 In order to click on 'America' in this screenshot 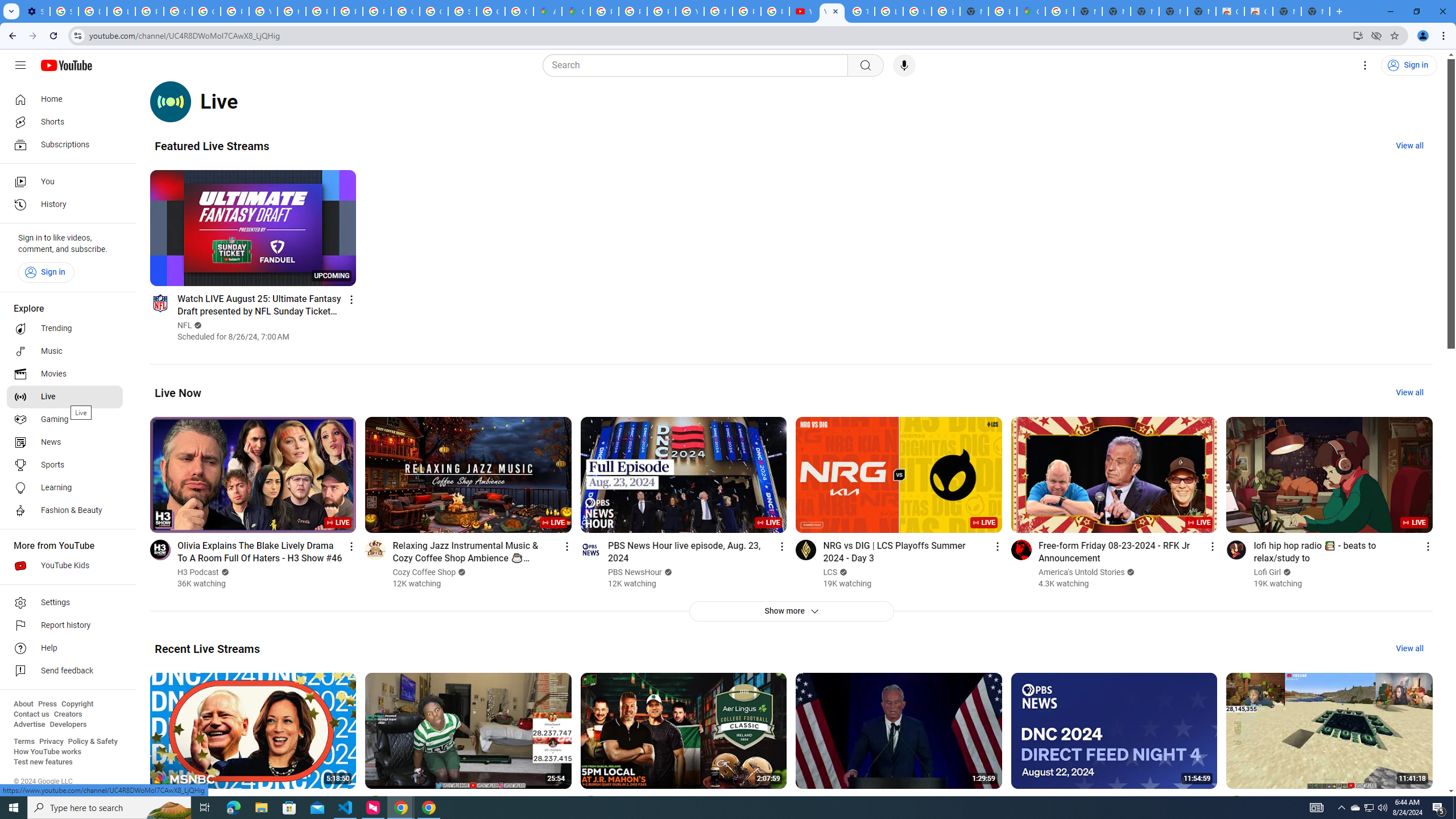, I will do `click(1081, 572)`.